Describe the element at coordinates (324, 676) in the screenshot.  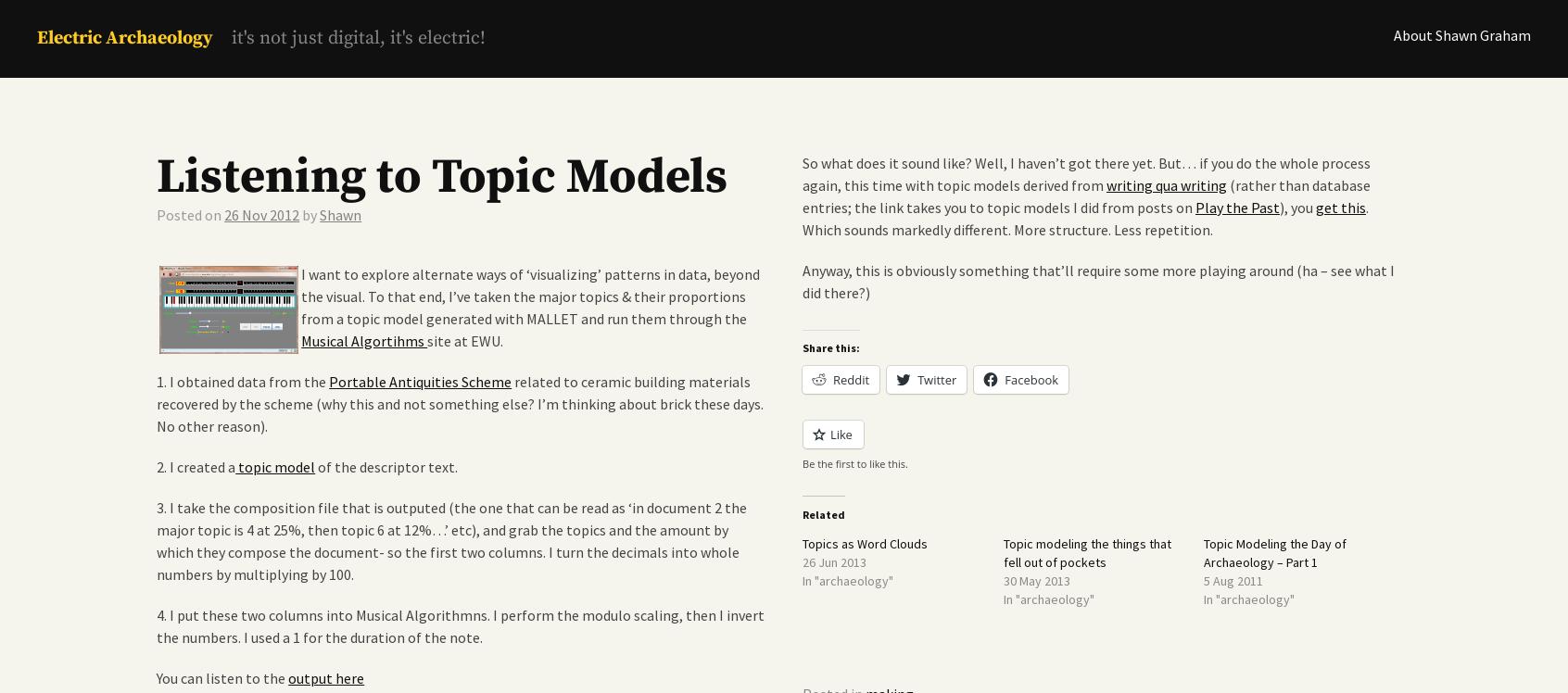
I see `'output here'` at that location.